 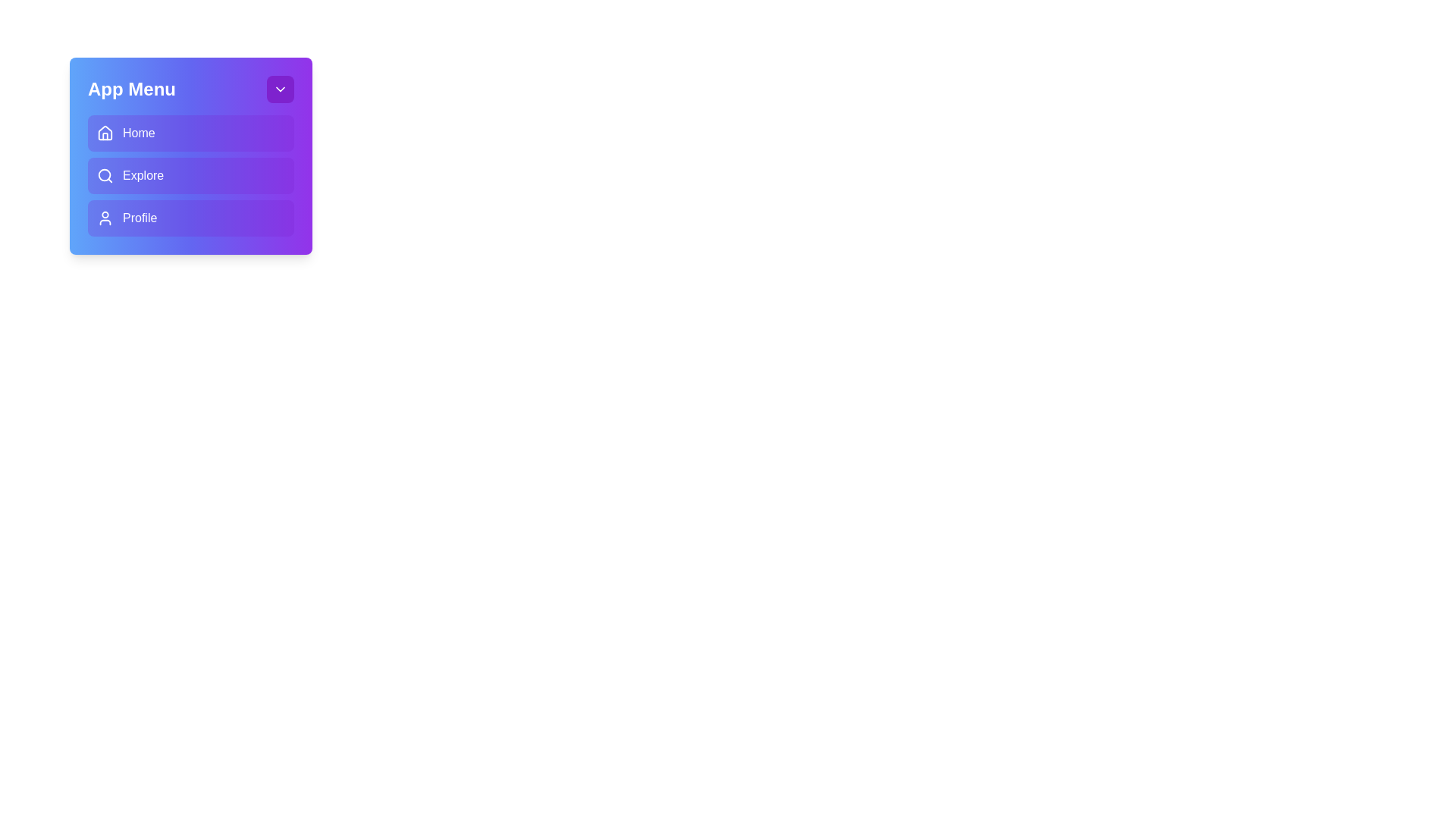 I want to click on the button located at the top-right corner of the 'App Menu', so click(x=280, y=89).